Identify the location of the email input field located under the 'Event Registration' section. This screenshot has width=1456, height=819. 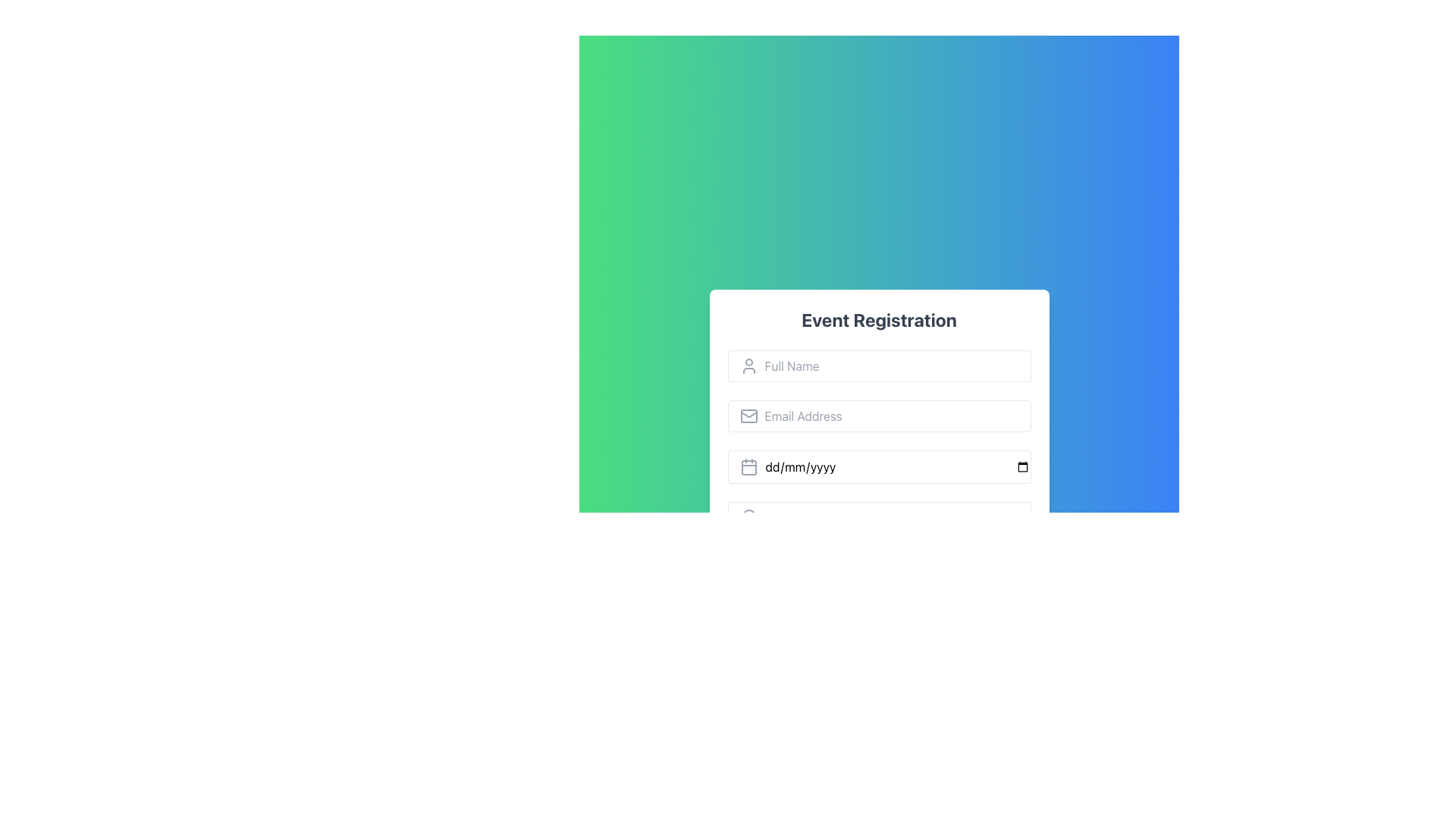
(879, 416).